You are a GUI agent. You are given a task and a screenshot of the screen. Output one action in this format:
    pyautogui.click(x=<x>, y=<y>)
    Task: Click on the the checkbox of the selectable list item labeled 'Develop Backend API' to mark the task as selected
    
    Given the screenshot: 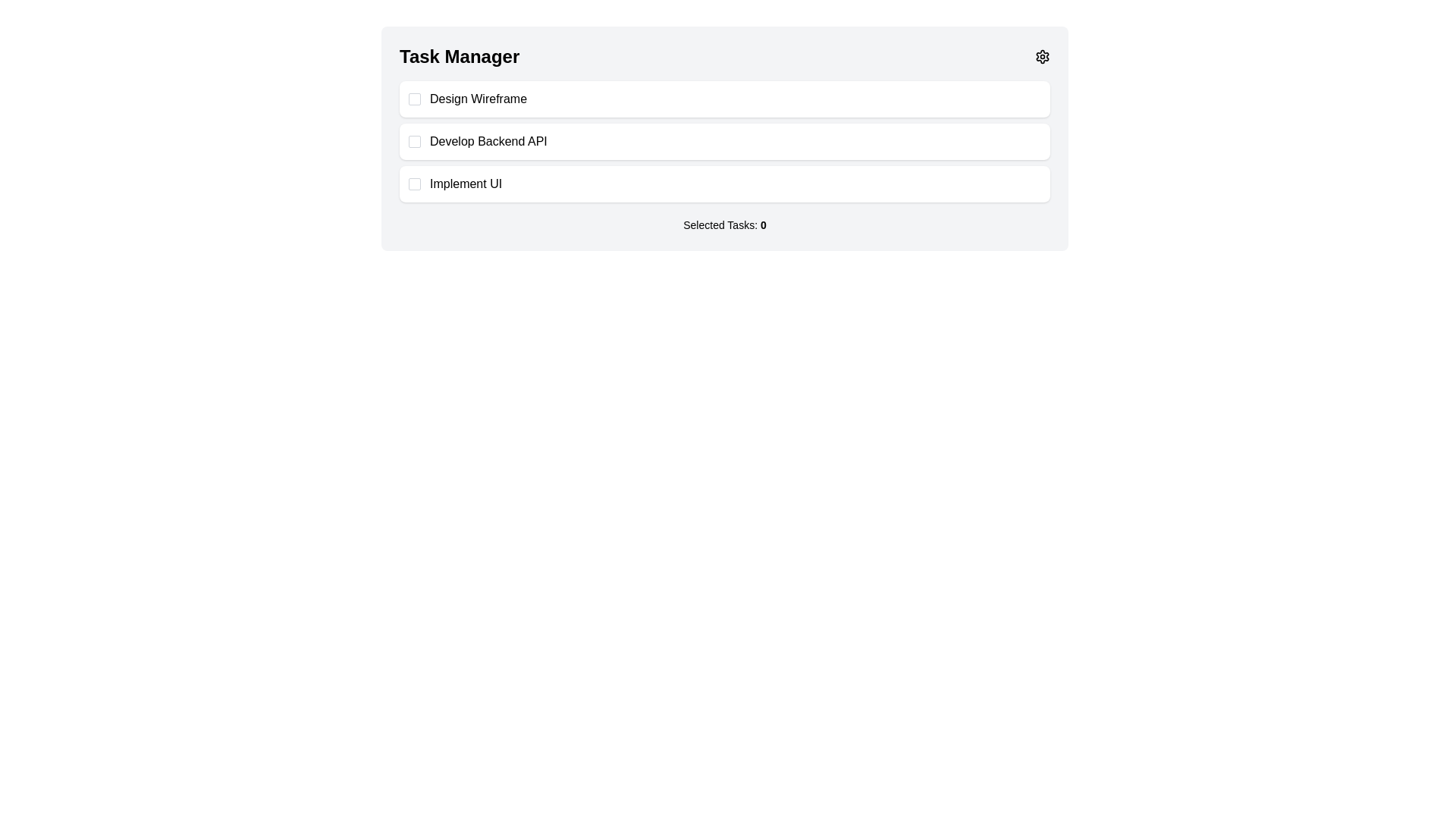 What is the action you would take?
    pyautogui.click(x=723, y=138)
    